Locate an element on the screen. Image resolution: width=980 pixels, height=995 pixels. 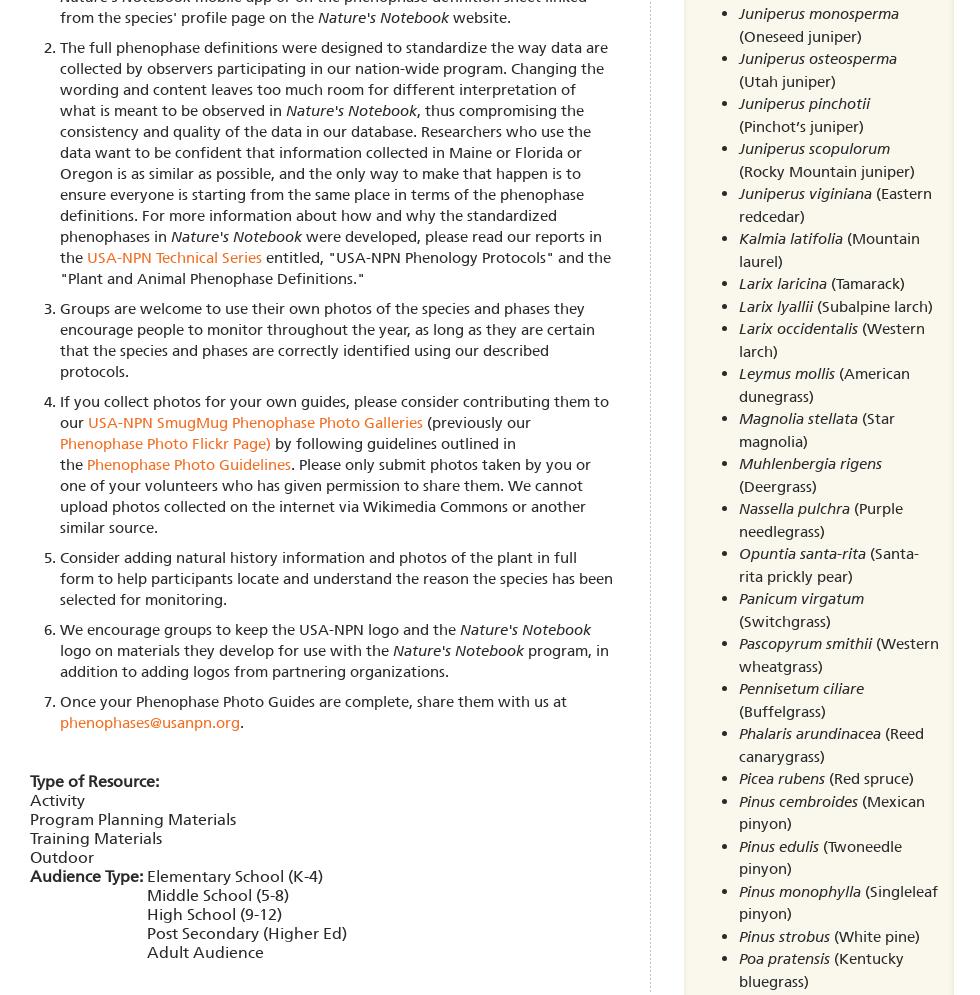
'Audience Type:' is located at coordinates (29, 875).